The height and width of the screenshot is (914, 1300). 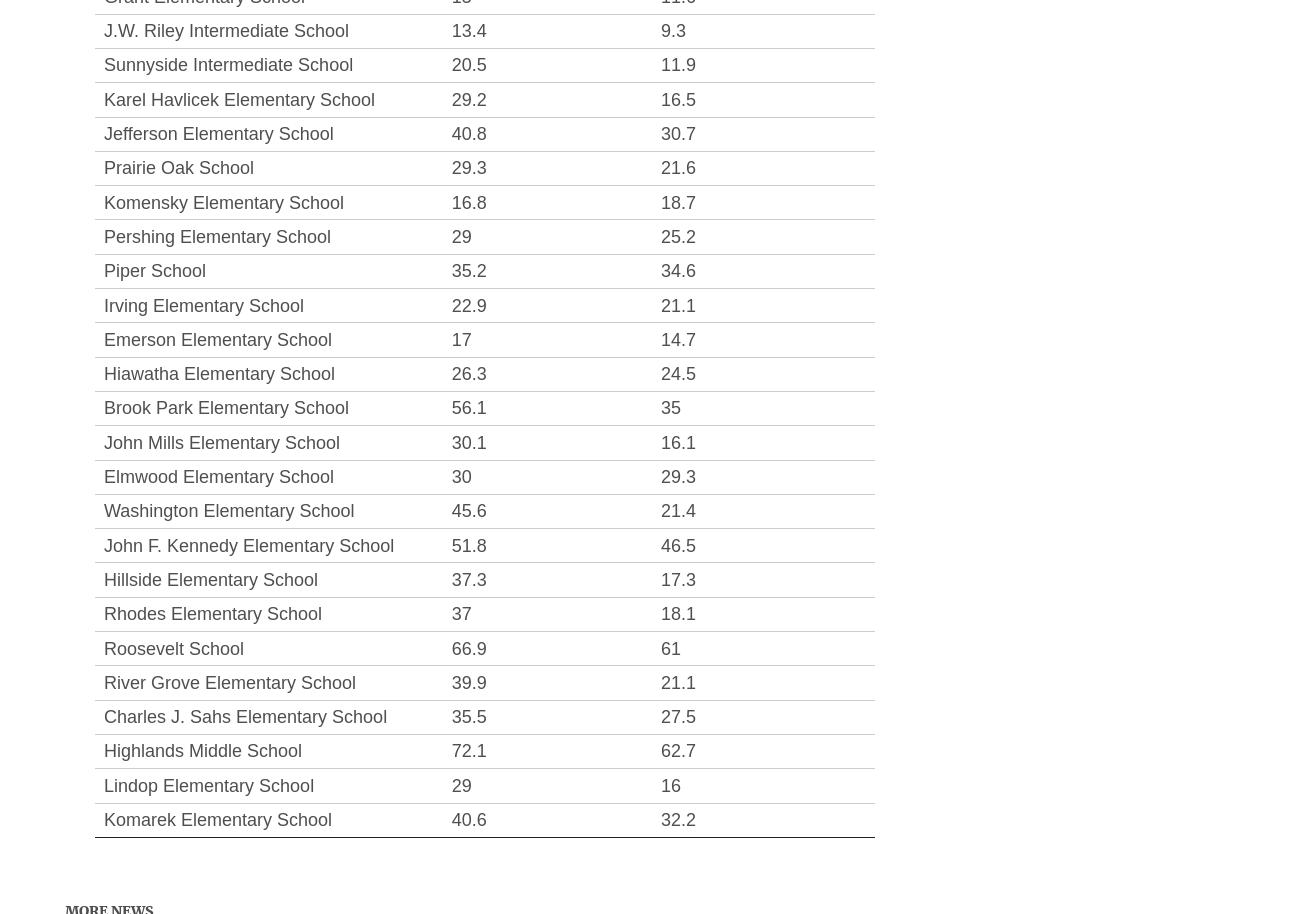 What do you see at coordinates (677, 579) in the screenshot?
I see `'17.3'` at bounding box center [677, 579].